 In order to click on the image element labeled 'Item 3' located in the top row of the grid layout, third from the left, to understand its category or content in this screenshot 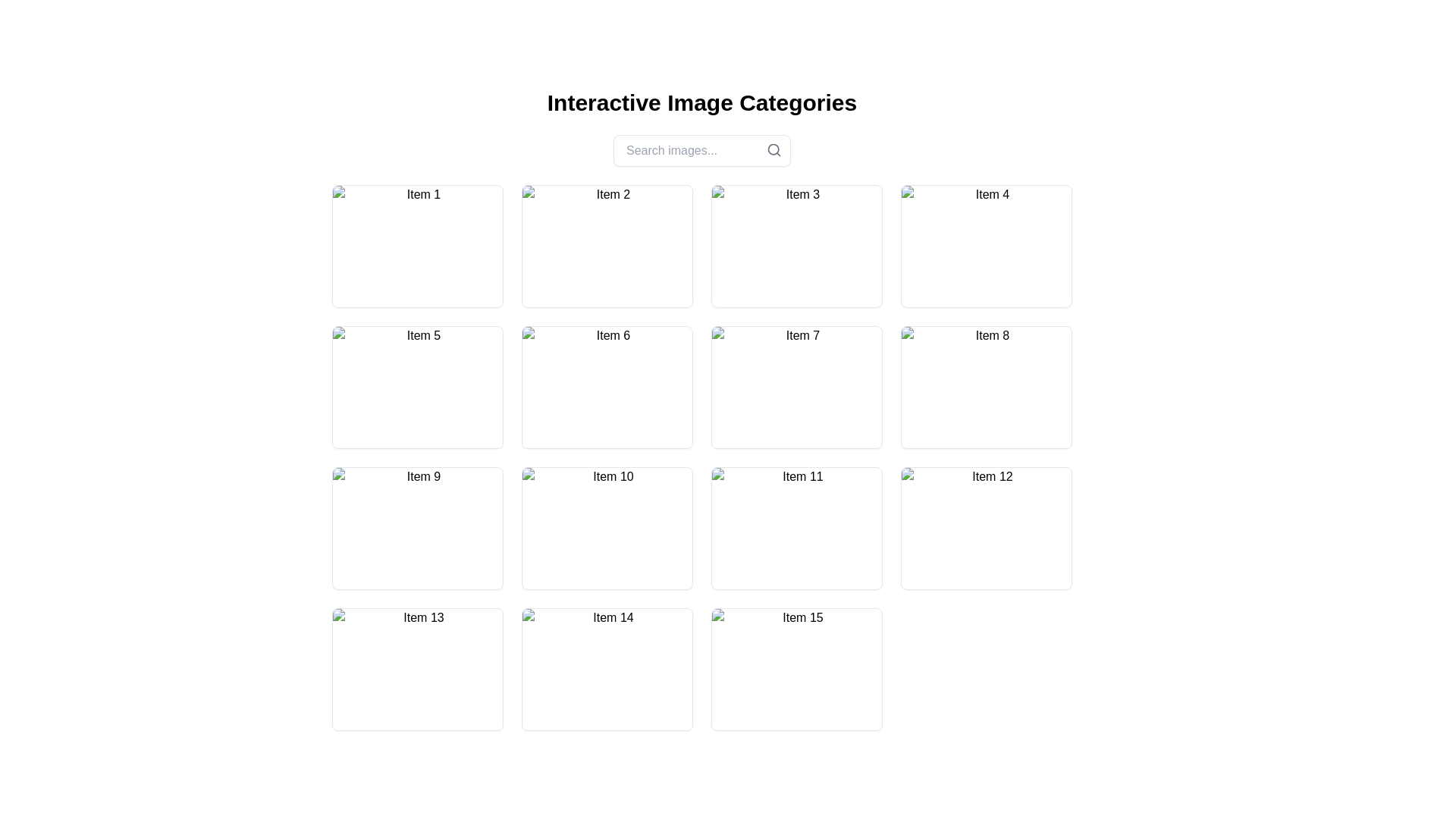, I will do `click(796, 245)`.